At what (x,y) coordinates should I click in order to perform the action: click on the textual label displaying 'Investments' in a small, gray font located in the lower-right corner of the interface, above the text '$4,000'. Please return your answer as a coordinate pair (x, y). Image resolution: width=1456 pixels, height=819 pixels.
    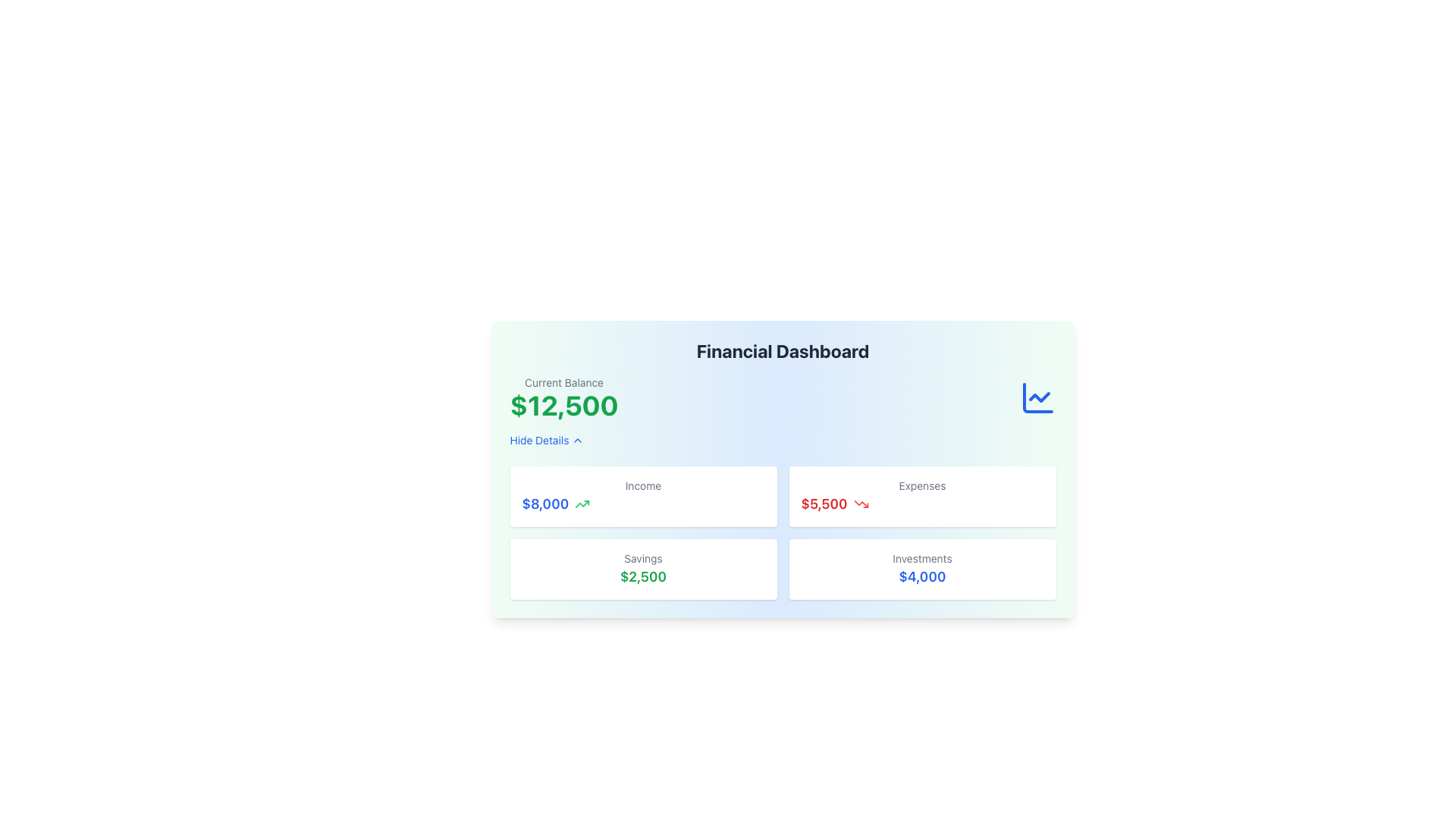
    Looking at the image, I should click on (921, 558).